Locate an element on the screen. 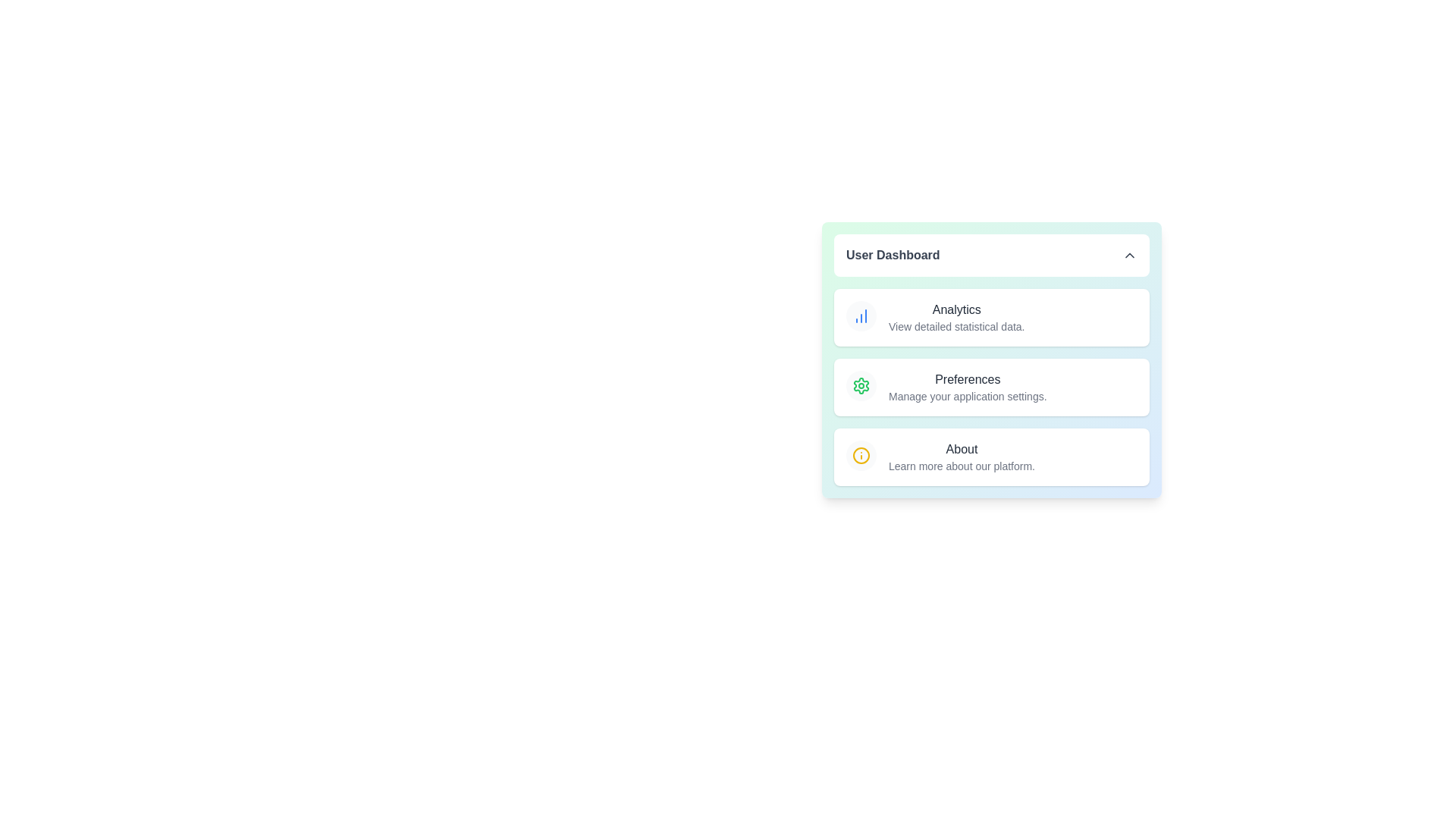 The width and height of the screenshot is (1456, 819). the menu item Preferences is located at coordinates (992, 386).